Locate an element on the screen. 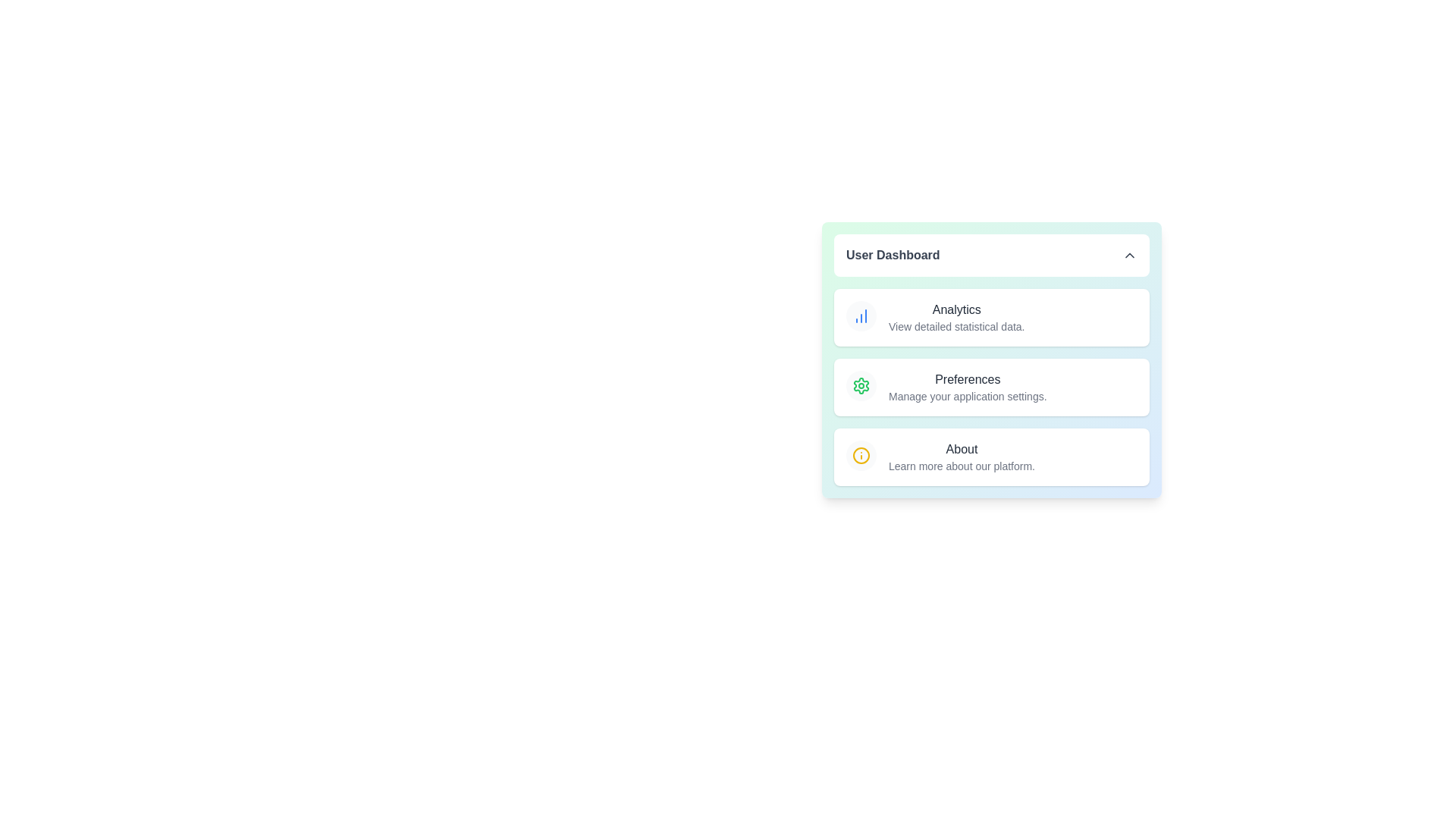 The width and height of the screenshot is (1456, 819). the menu item Preferences is located at coordinates (992, 386).